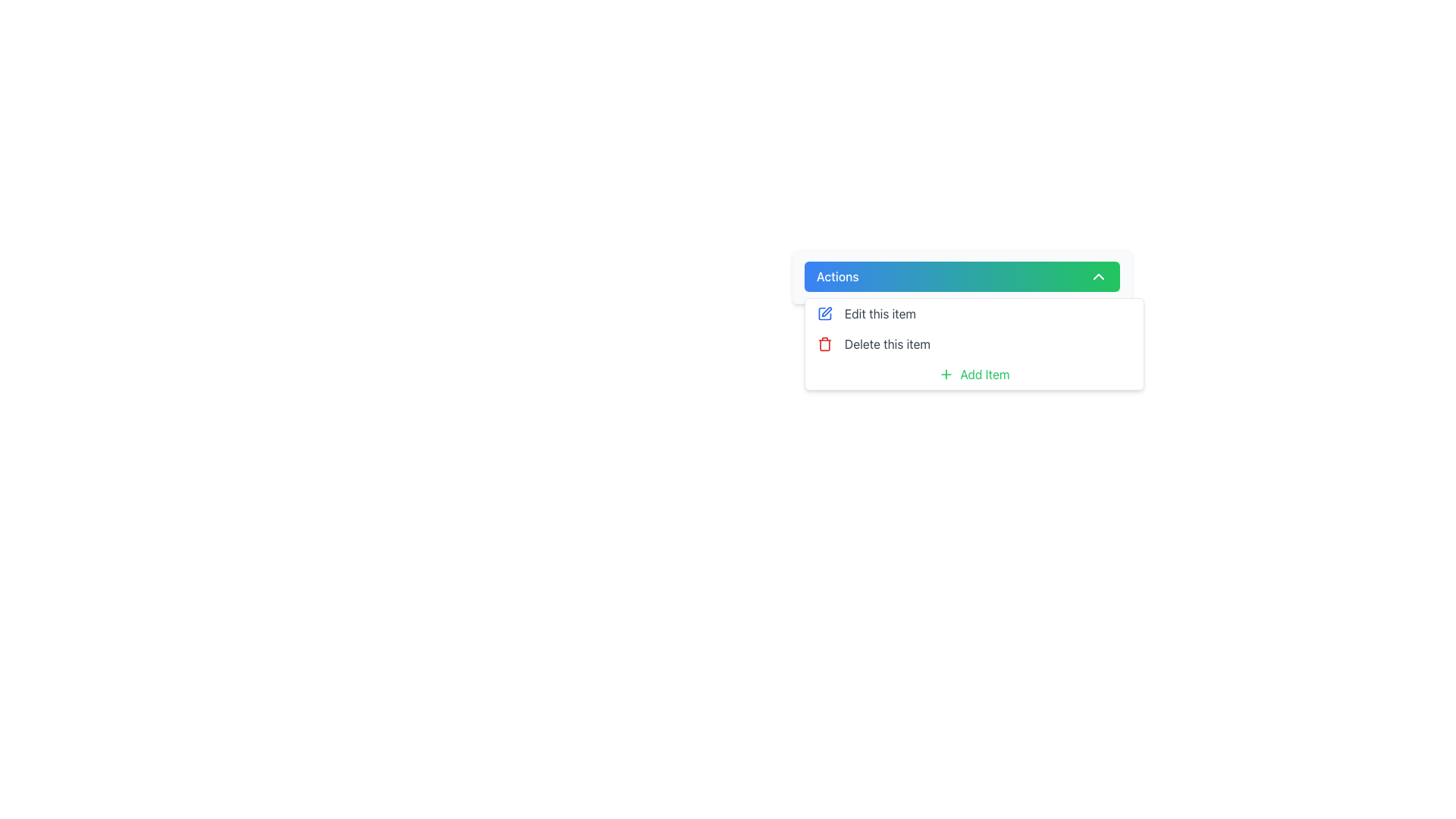  I want to click on the interactive toggle icon located to the far right of the 'Actions' button, which is a large rectangular button with a gradient background, so click(1099, 277).